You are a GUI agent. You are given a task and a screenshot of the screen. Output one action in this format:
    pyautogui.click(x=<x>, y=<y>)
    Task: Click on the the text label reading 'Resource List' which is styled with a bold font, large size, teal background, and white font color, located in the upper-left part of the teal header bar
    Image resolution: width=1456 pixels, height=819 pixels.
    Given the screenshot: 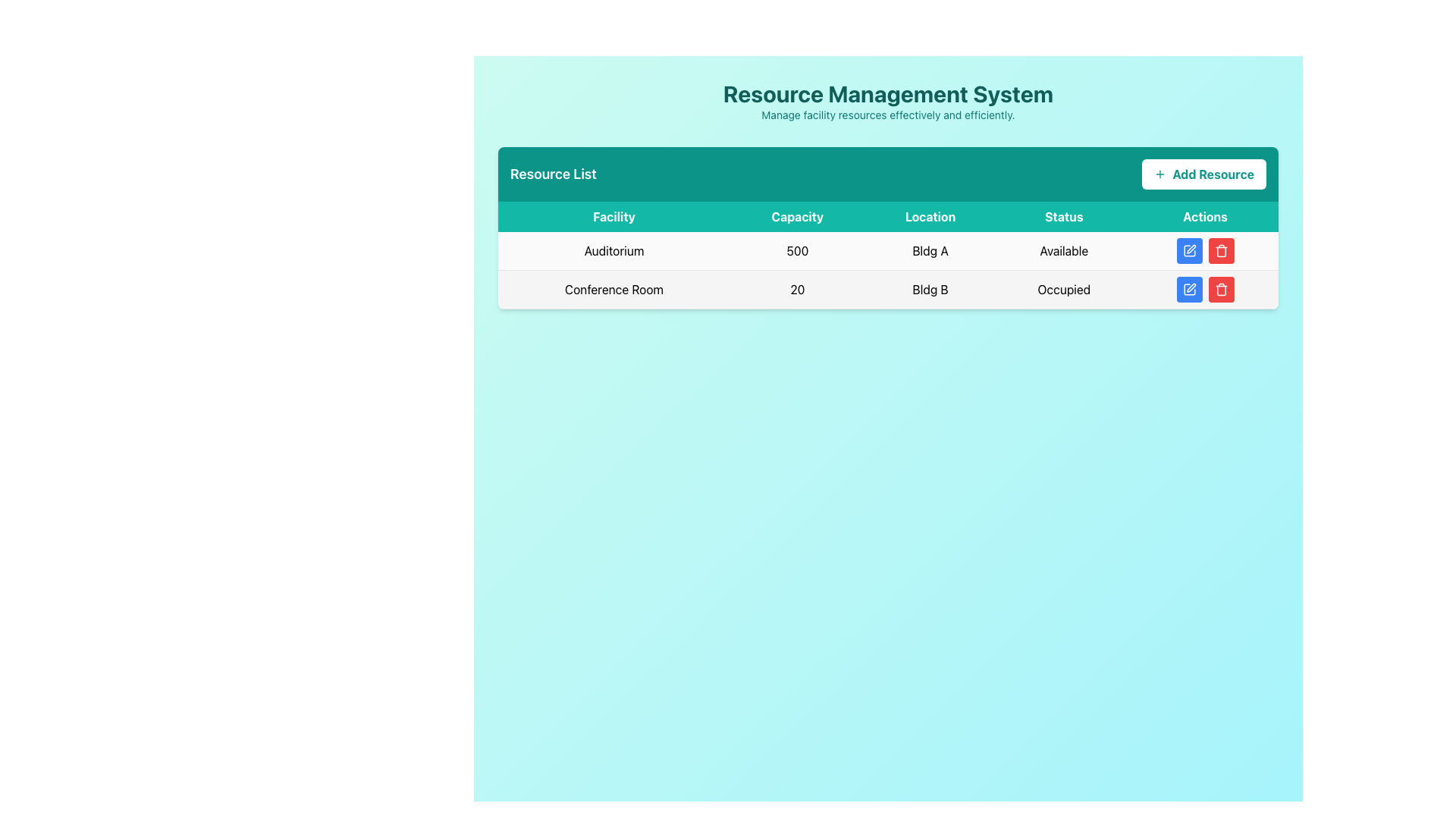 What is the action you would take?
    pyautogui.click(x=552, y=174)
    